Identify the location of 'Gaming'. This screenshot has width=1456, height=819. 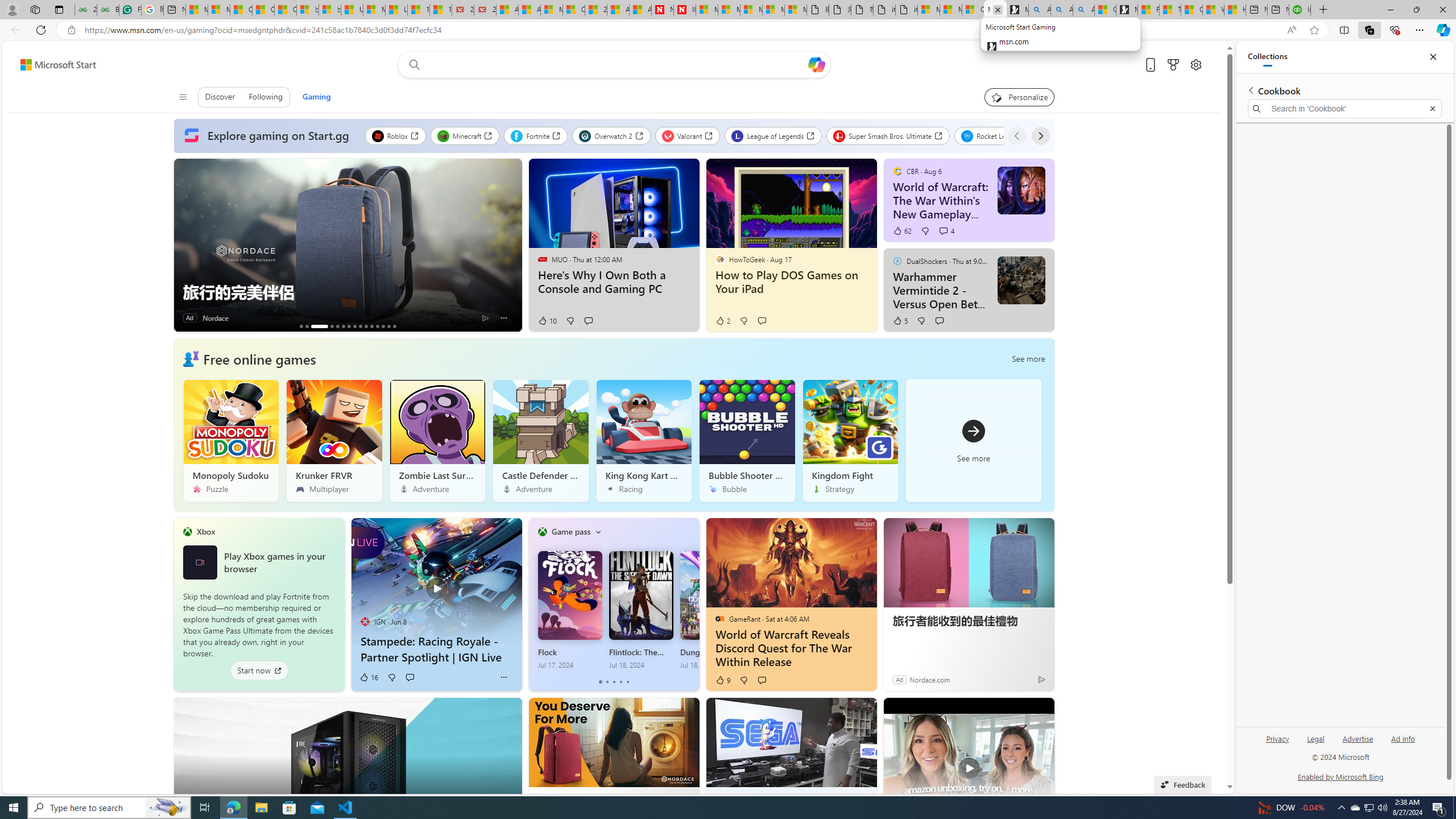
(316, 96).